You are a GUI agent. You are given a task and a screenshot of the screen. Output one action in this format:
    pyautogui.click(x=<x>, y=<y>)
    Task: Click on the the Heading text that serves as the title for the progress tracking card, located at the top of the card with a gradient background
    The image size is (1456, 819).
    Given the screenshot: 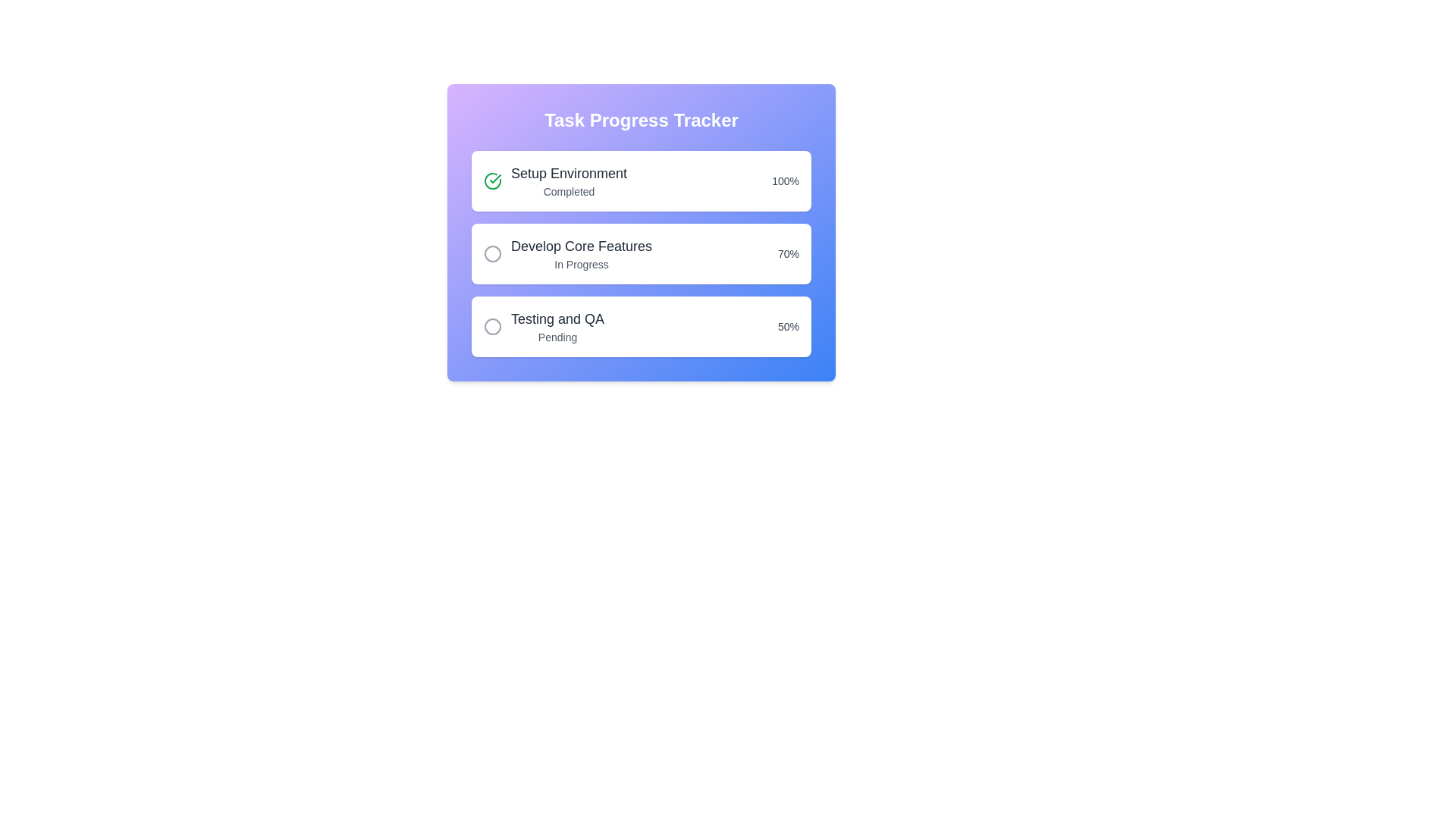 What is the action you would take?
    pyautogui.click(x=641, y=119)
    